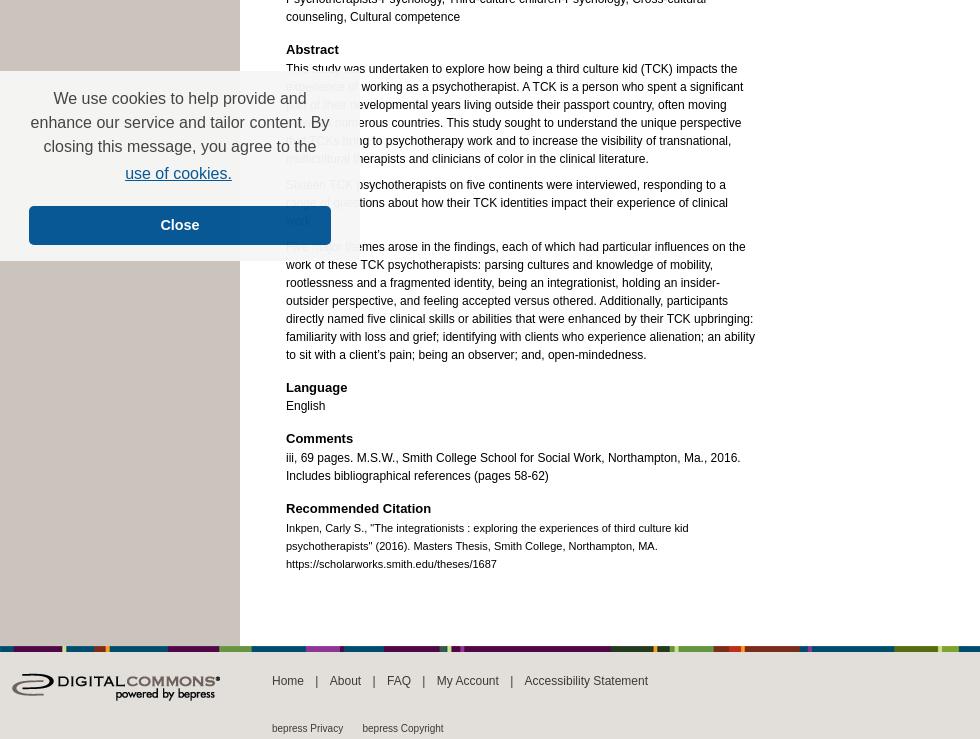 This screenshot has height=739, width=980. I want to click on 'Close', so click(179, 224).